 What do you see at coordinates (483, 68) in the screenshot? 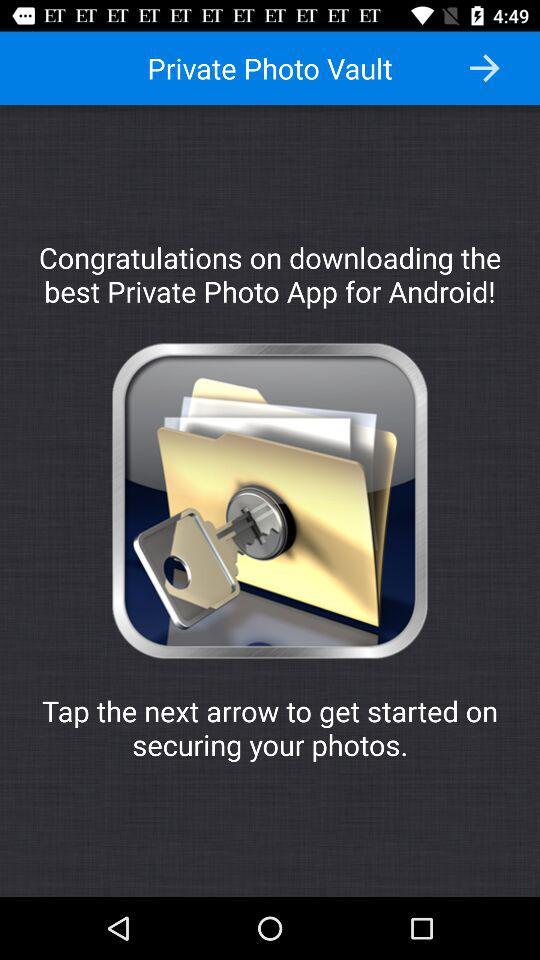
I see `the item at the top right corner` at bounding box center [483, 68].